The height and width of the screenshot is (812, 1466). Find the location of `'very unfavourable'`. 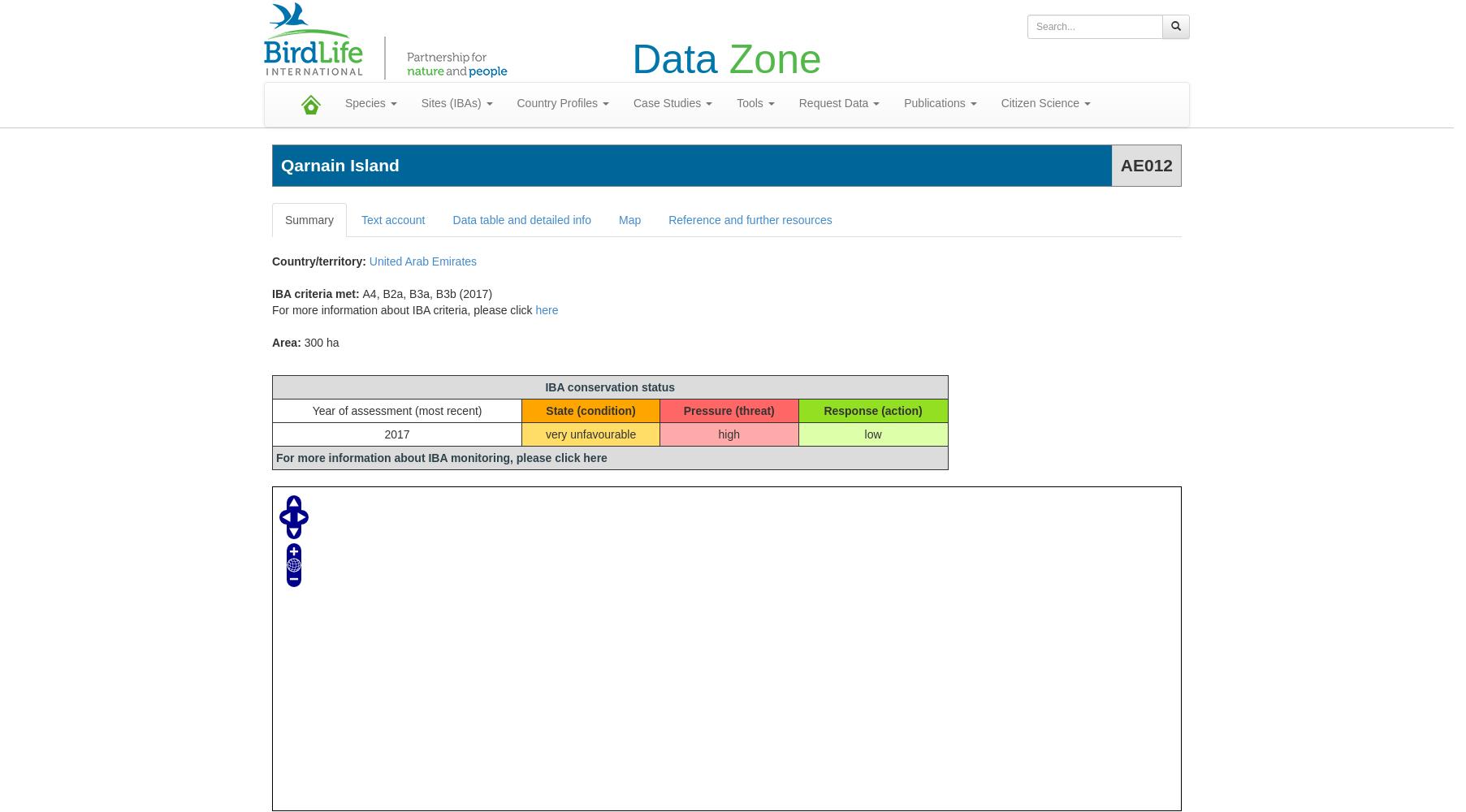

'very unfavourable' is located at coordinates (590, 434).